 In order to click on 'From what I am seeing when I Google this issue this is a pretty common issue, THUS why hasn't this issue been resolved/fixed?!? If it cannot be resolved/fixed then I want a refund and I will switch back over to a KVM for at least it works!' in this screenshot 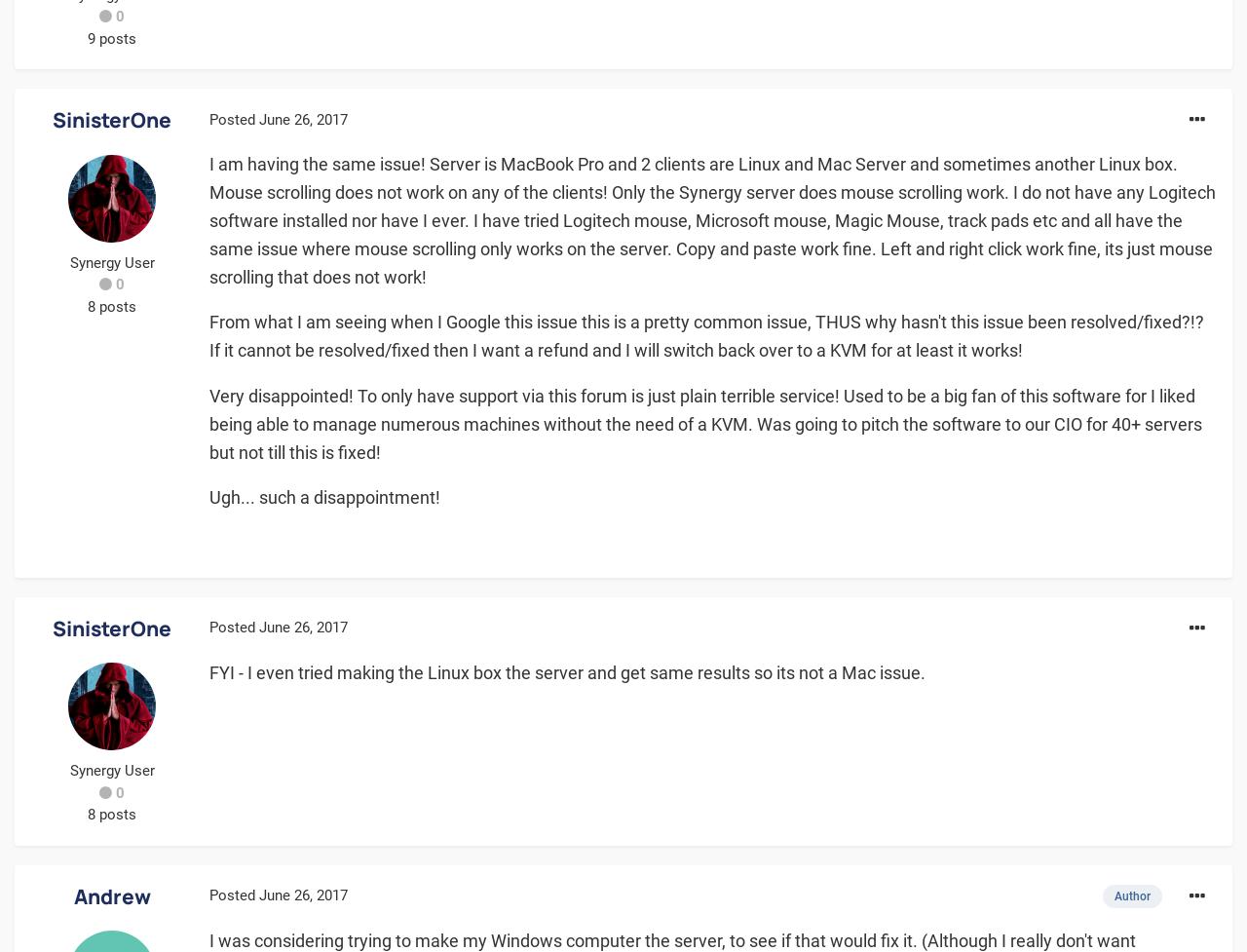, I will do `click(705, 335)`.